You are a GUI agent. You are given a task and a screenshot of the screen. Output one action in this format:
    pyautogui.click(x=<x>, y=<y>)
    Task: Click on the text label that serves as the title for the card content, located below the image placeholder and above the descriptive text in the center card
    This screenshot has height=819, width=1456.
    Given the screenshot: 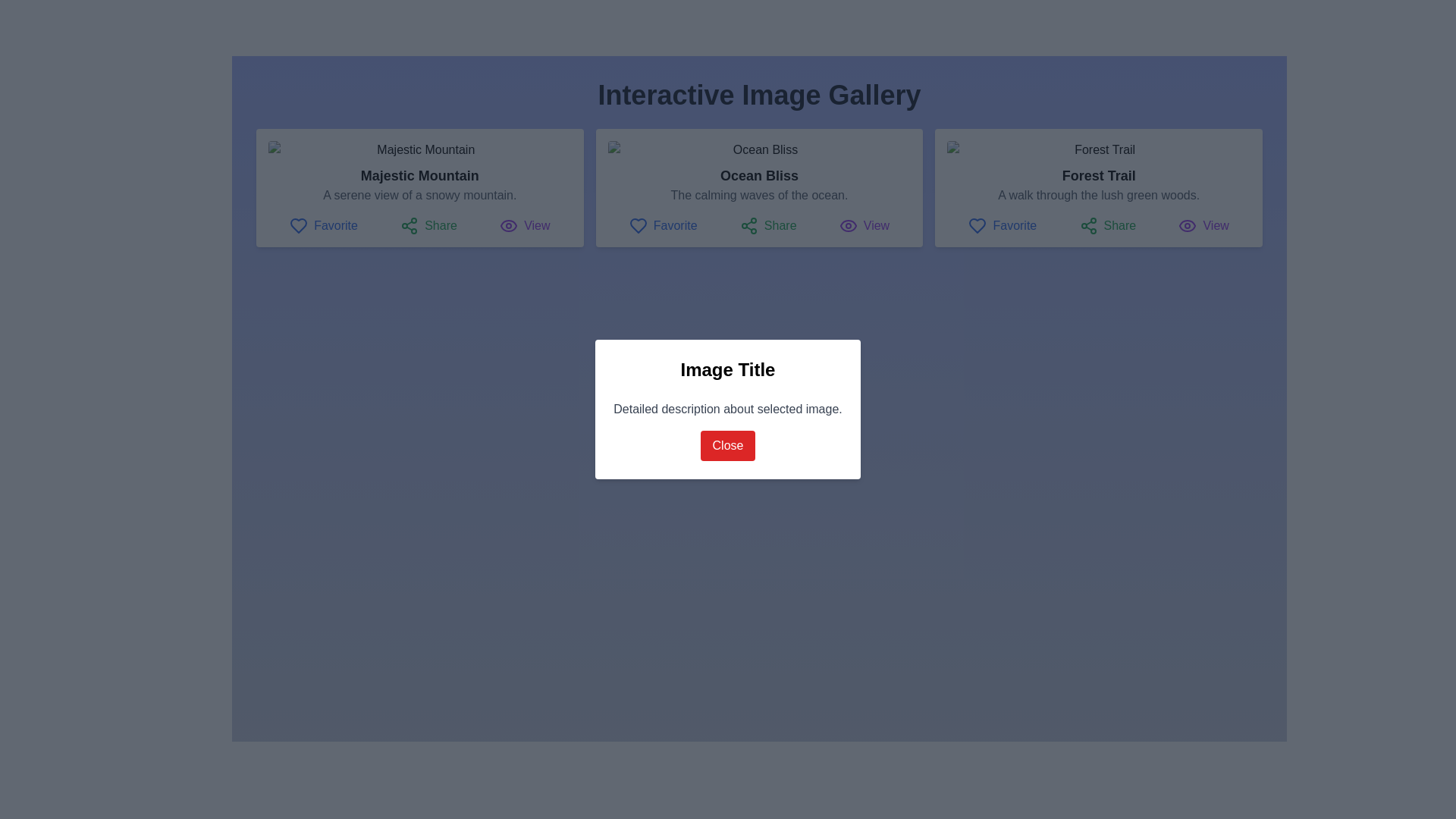 What is the action you would take?
    pyautogui.click(x=419, y=174)
    